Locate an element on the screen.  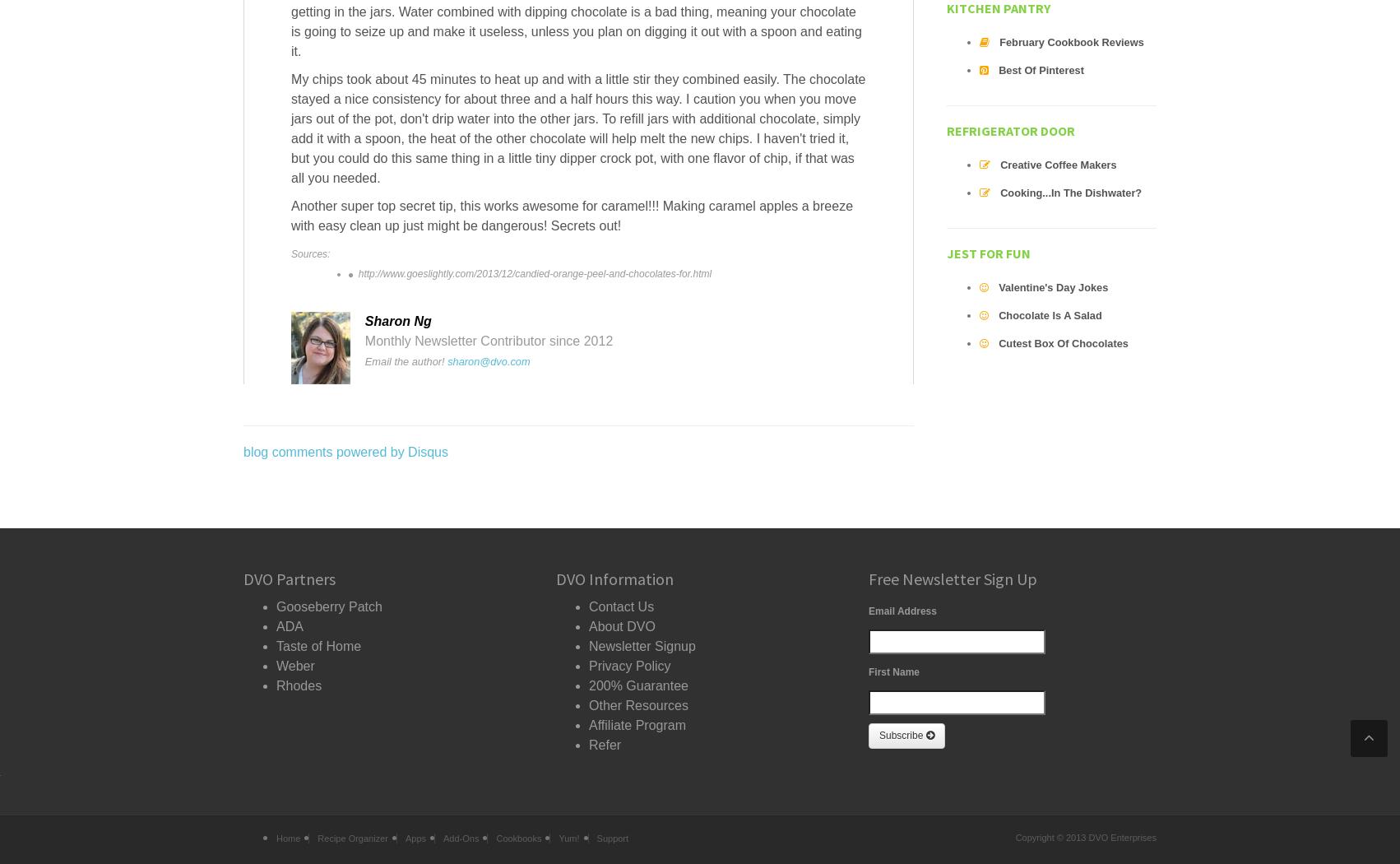
'Valentine's Day Jokes' is located at coordinates (1052, 286).